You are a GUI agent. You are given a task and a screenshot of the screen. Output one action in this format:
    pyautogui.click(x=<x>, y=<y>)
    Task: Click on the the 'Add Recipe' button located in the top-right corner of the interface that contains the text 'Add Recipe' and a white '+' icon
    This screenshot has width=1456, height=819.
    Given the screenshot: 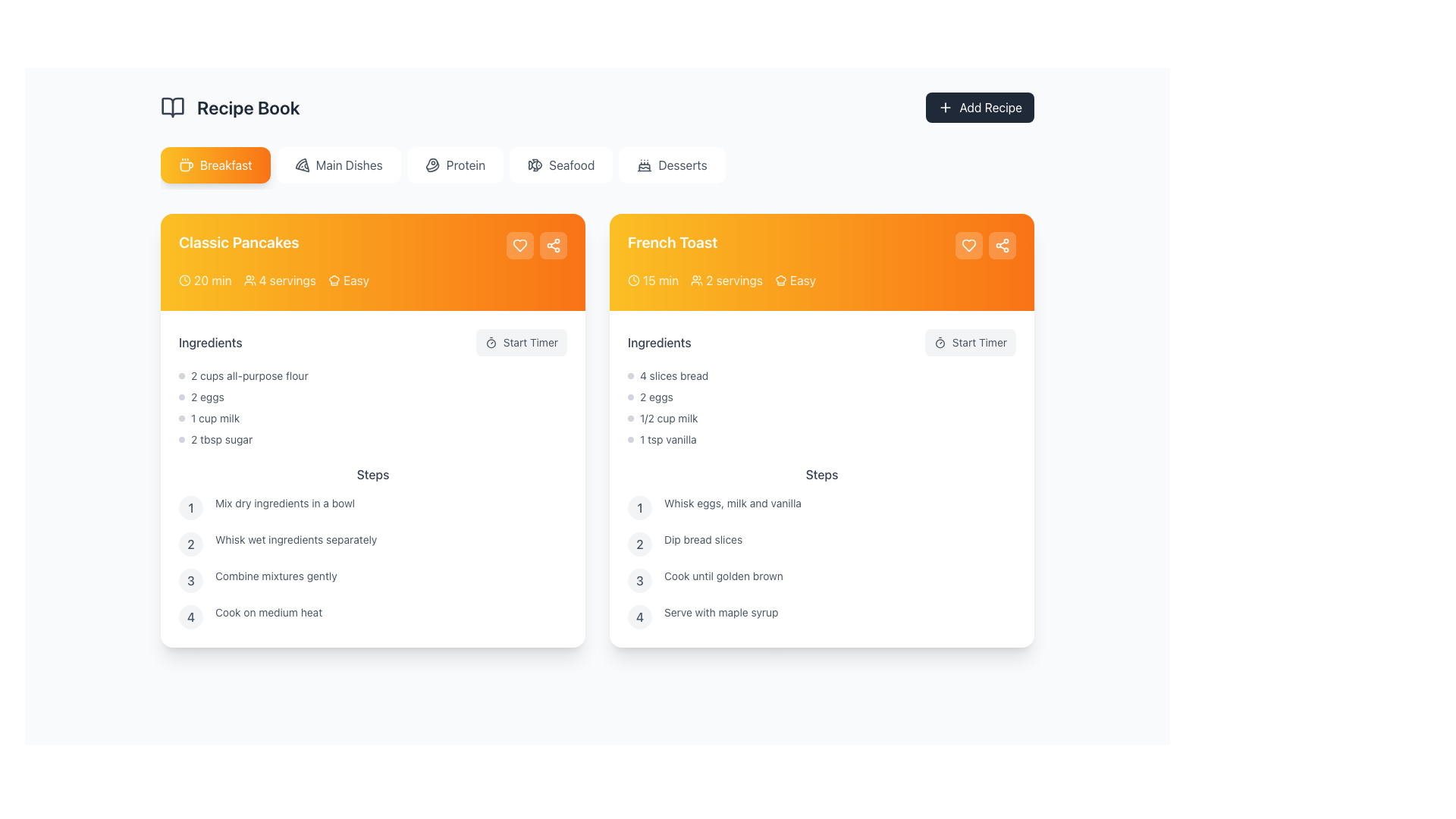 What is the action you would take?
    pyautogui.click(x=990, y=107)
    